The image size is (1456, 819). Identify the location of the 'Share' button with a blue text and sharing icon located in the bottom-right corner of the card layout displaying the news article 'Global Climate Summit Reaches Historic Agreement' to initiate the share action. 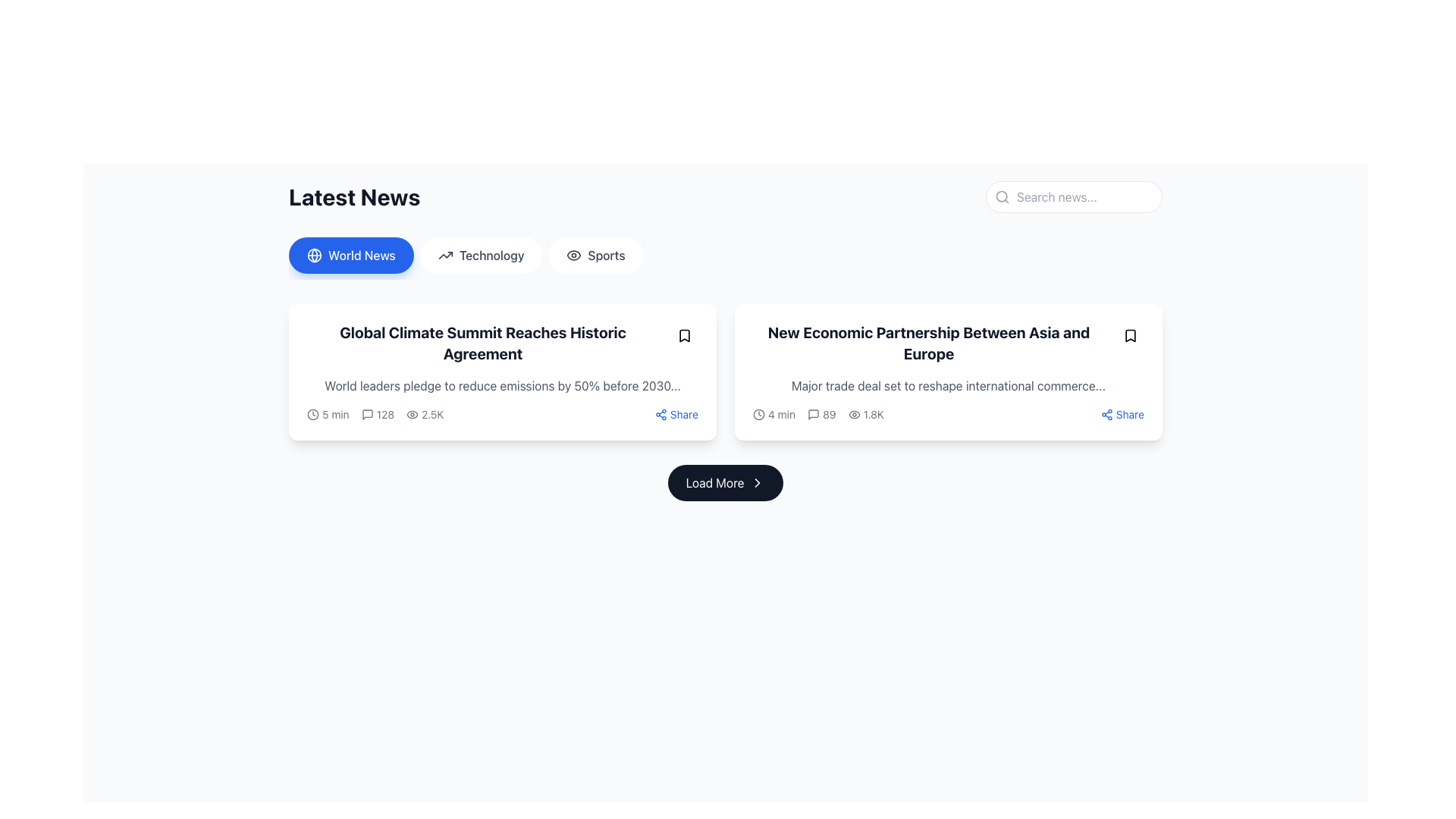
(676, 415).